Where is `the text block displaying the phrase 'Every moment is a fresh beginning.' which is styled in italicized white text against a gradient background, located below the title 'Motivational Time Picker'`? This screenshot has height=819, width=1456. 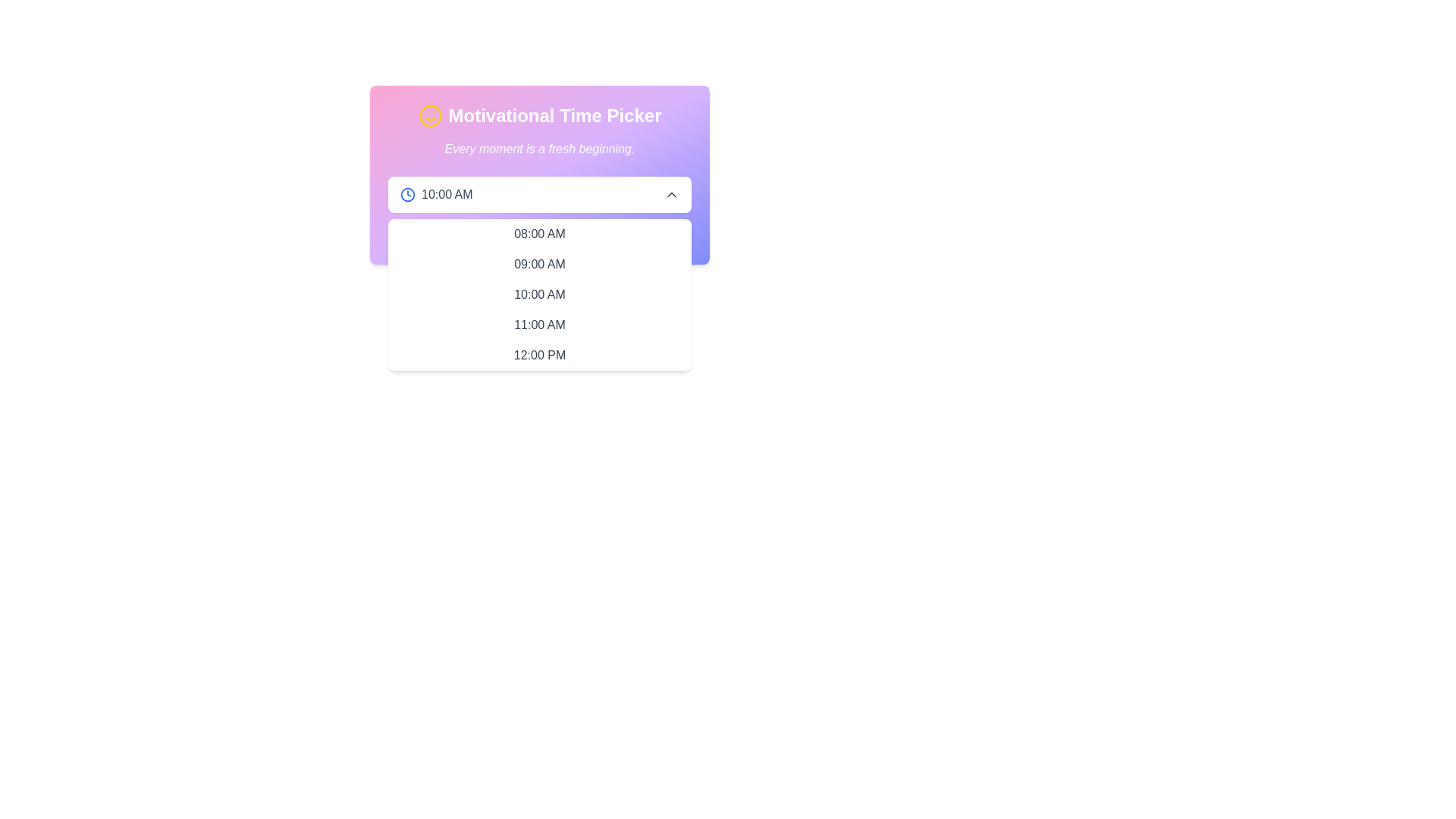
the text block displaying the phrase 'Every moment is a fresh beginning.' which is styled in italicized white text against a gradient background, located below the title 'Motivational Time Picker' is located at coordinates (539, 149).